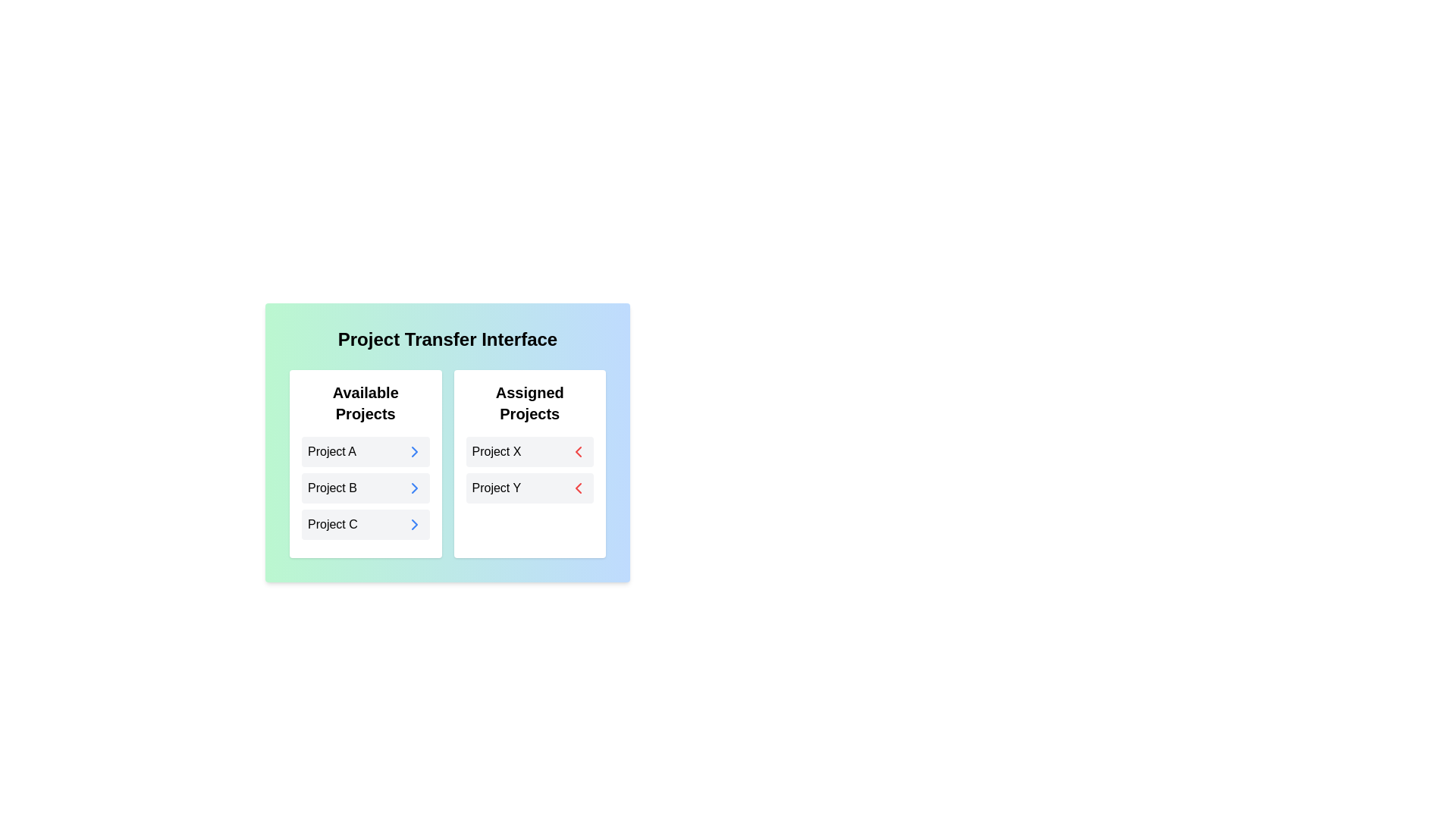 This screenshot has width=1456, height=819. Describe the element at coordinates (366, 488) in the screenshot. I see `the second item in the 'Available Projects' list` at that location.